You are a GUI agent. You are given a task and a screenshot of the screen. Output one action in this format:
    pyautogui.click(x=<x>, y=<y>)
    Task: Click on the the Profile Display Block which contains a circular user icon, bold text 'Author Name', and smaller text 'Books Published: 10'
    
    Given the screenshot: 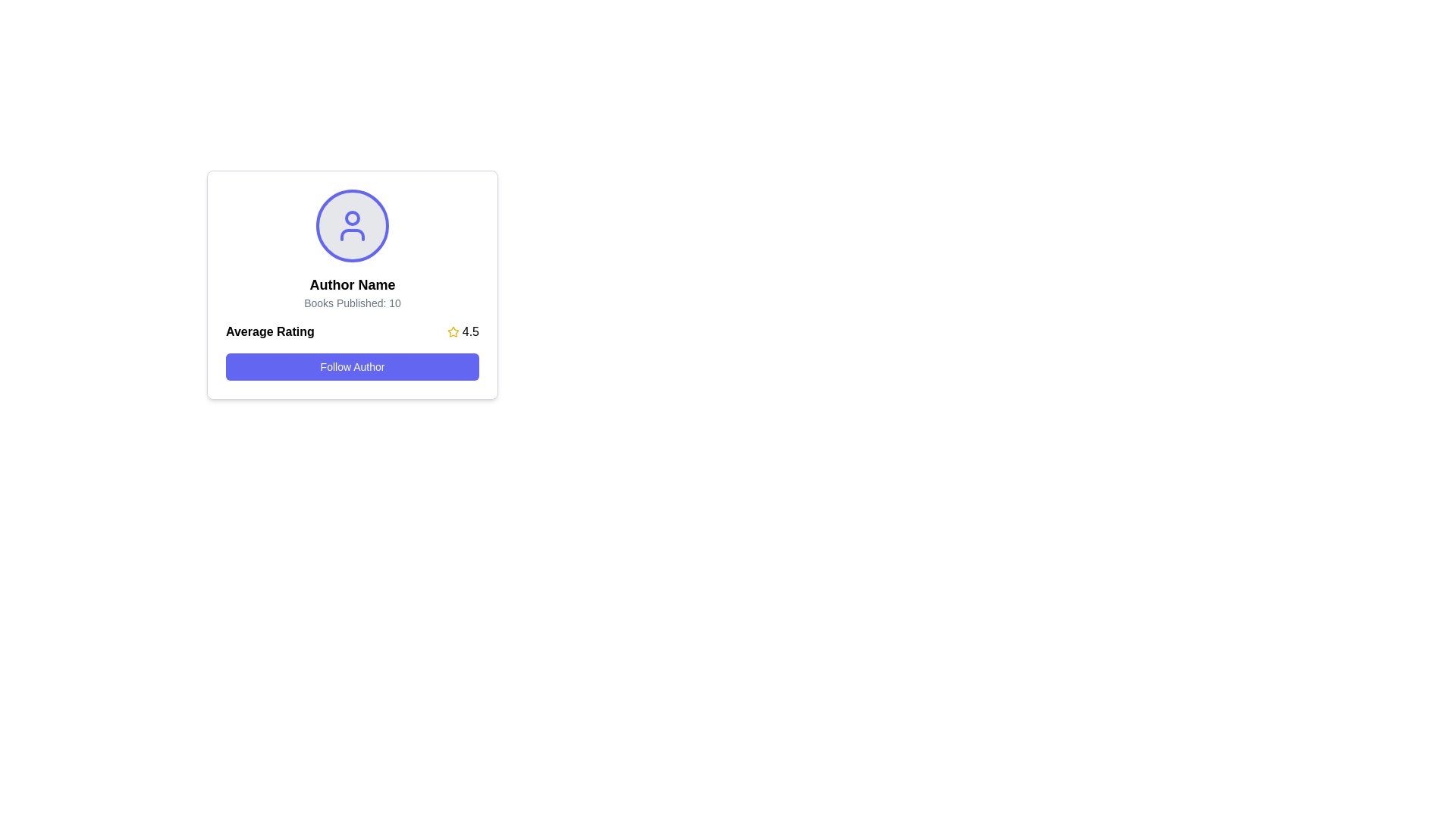 What is the action you would take?
    pyautogui.click(x=352, y=249)
    